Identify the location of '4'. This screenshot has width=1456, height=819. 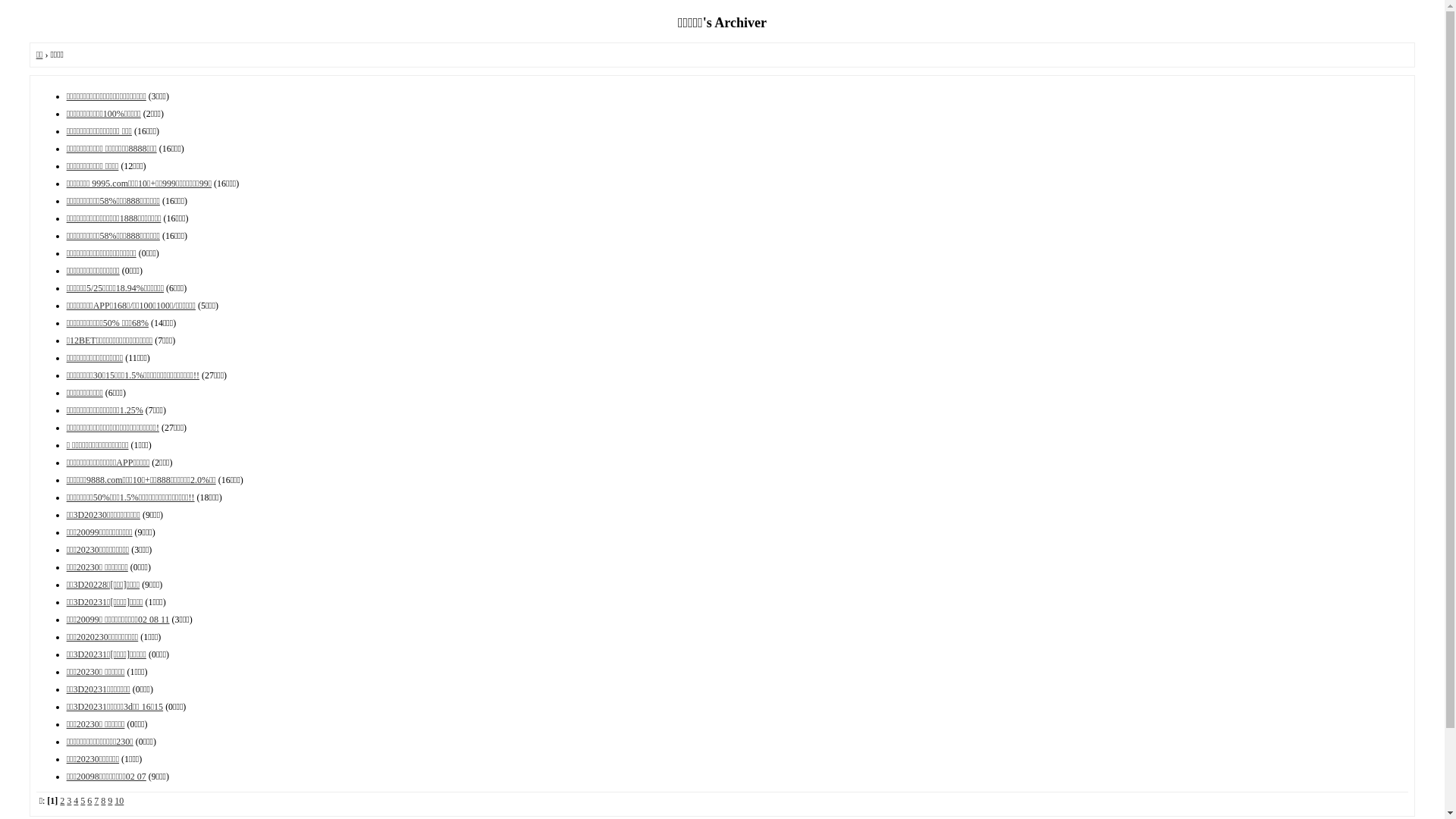
(75, 800).